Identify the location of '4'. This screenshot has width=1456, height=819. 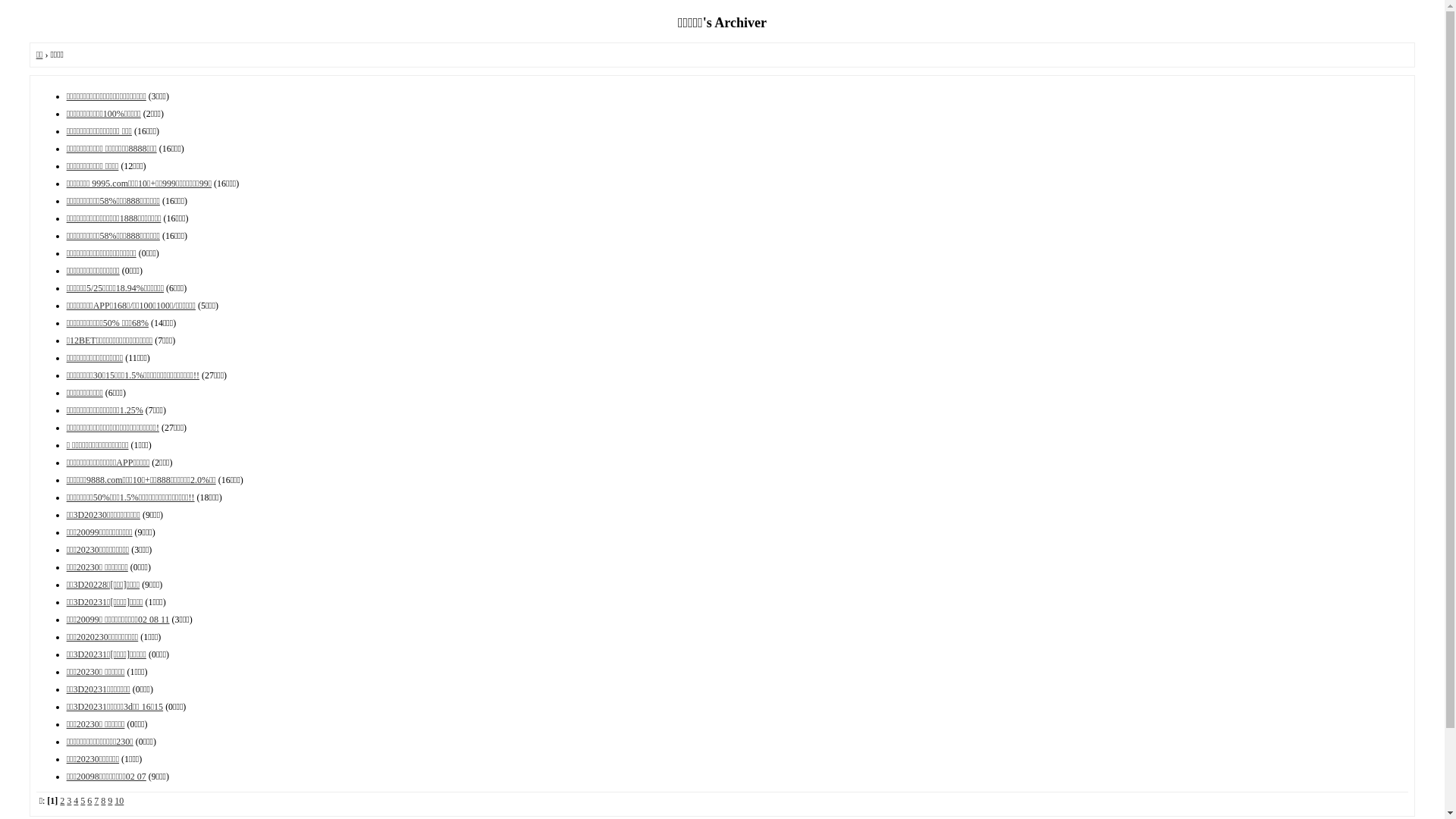
(75, 800).